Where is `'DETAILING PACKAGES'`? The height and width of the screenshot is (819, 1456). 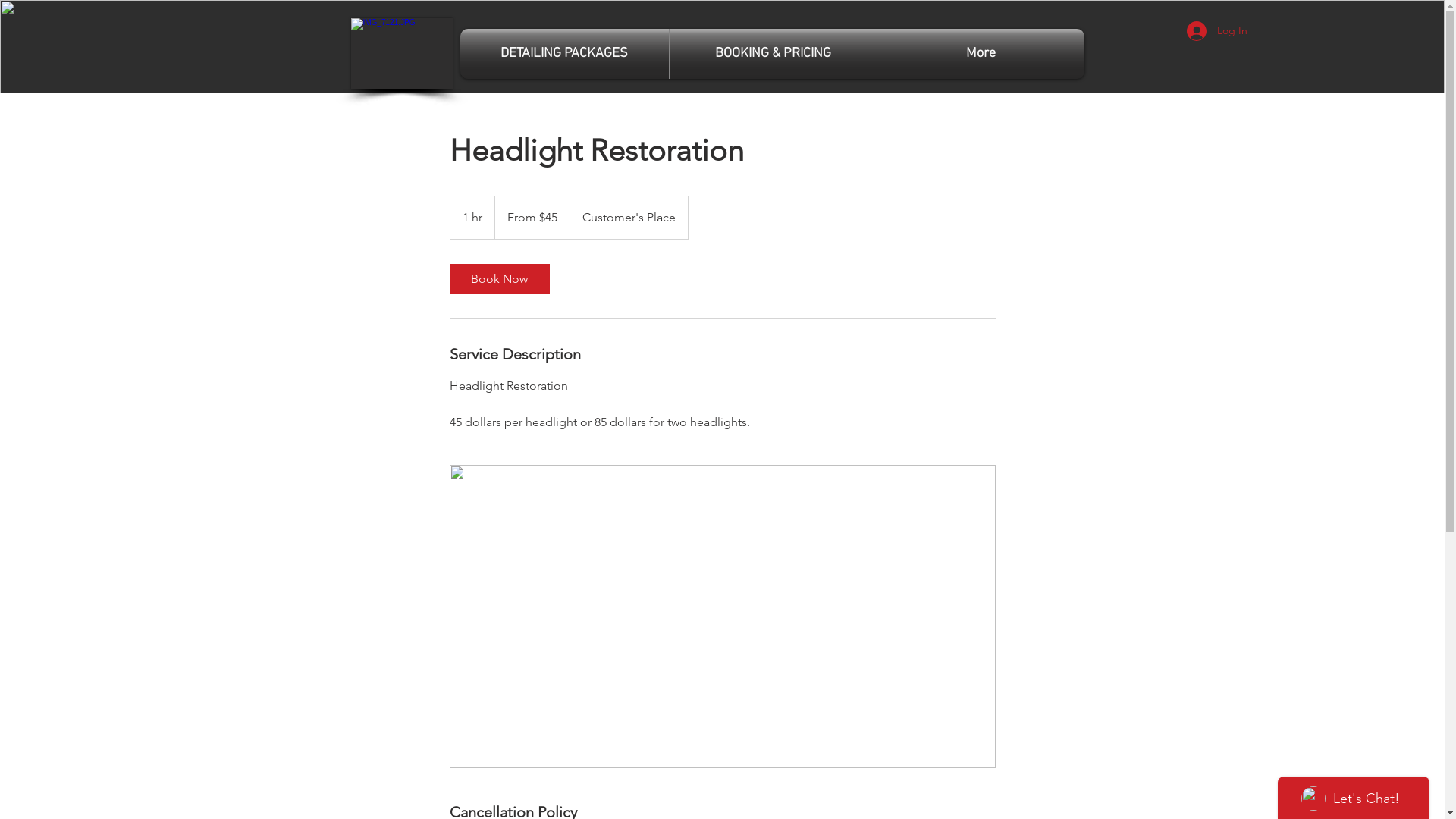
'DETAILING PACKAGES' is located at coordinates (563, 52).